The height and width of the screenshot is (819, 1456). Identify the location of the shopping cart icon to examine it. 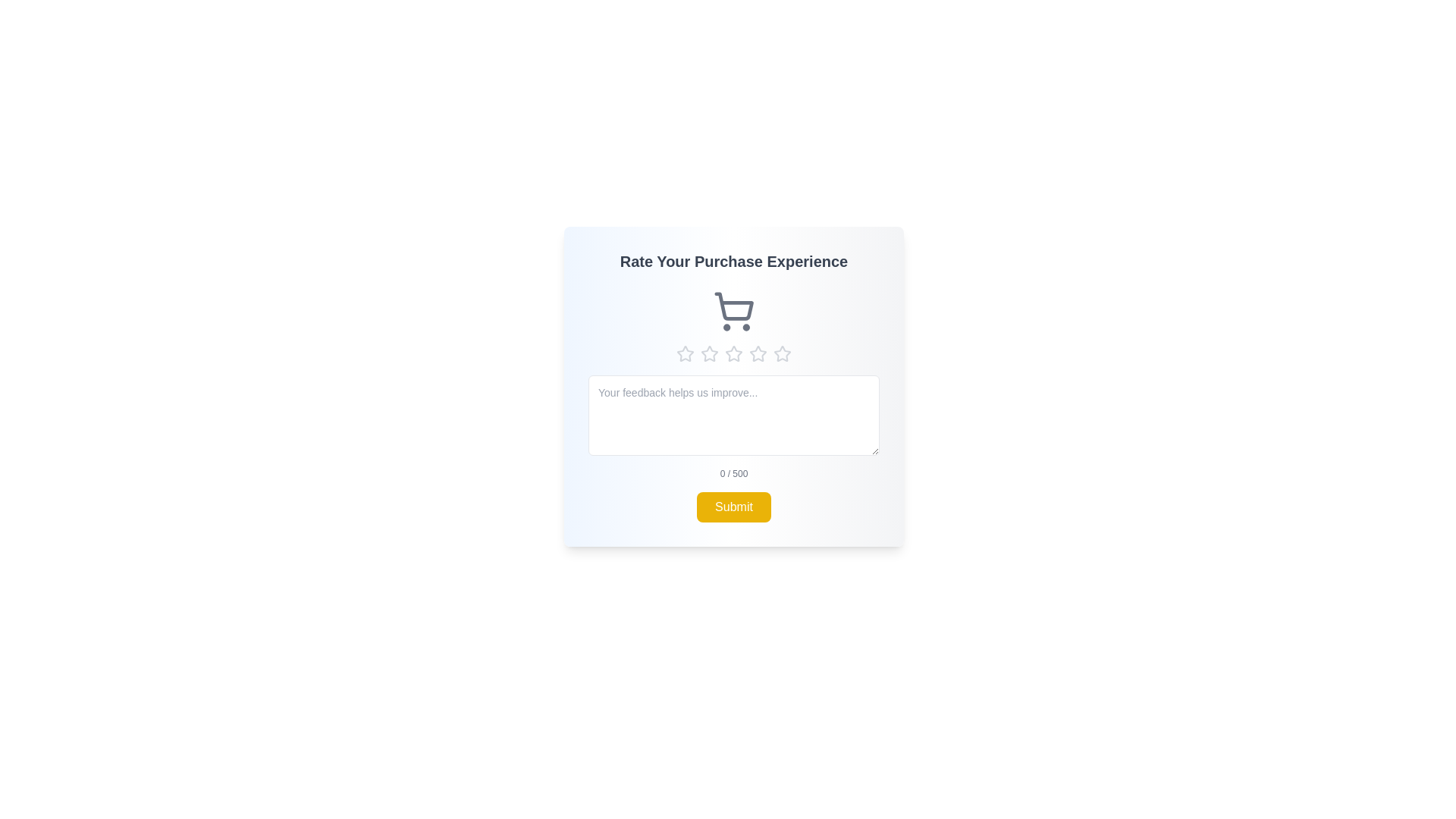
(734, 311).